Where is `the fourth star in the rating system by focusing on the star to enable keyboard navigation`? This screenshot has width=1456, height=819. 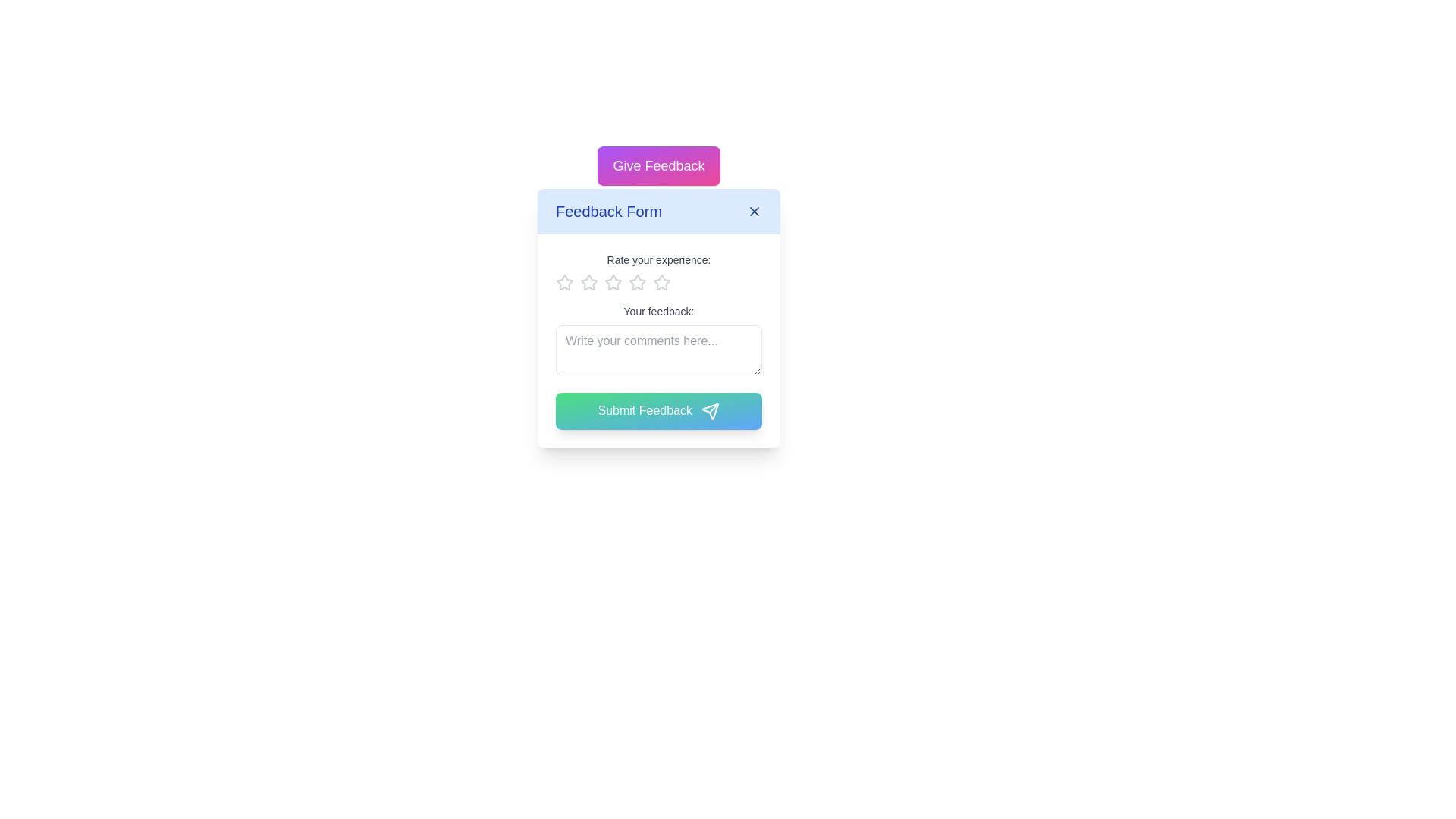
the fourth star in the rating system by focusing on the star to enable keyboard navigation is located at coordinates (637, 283).